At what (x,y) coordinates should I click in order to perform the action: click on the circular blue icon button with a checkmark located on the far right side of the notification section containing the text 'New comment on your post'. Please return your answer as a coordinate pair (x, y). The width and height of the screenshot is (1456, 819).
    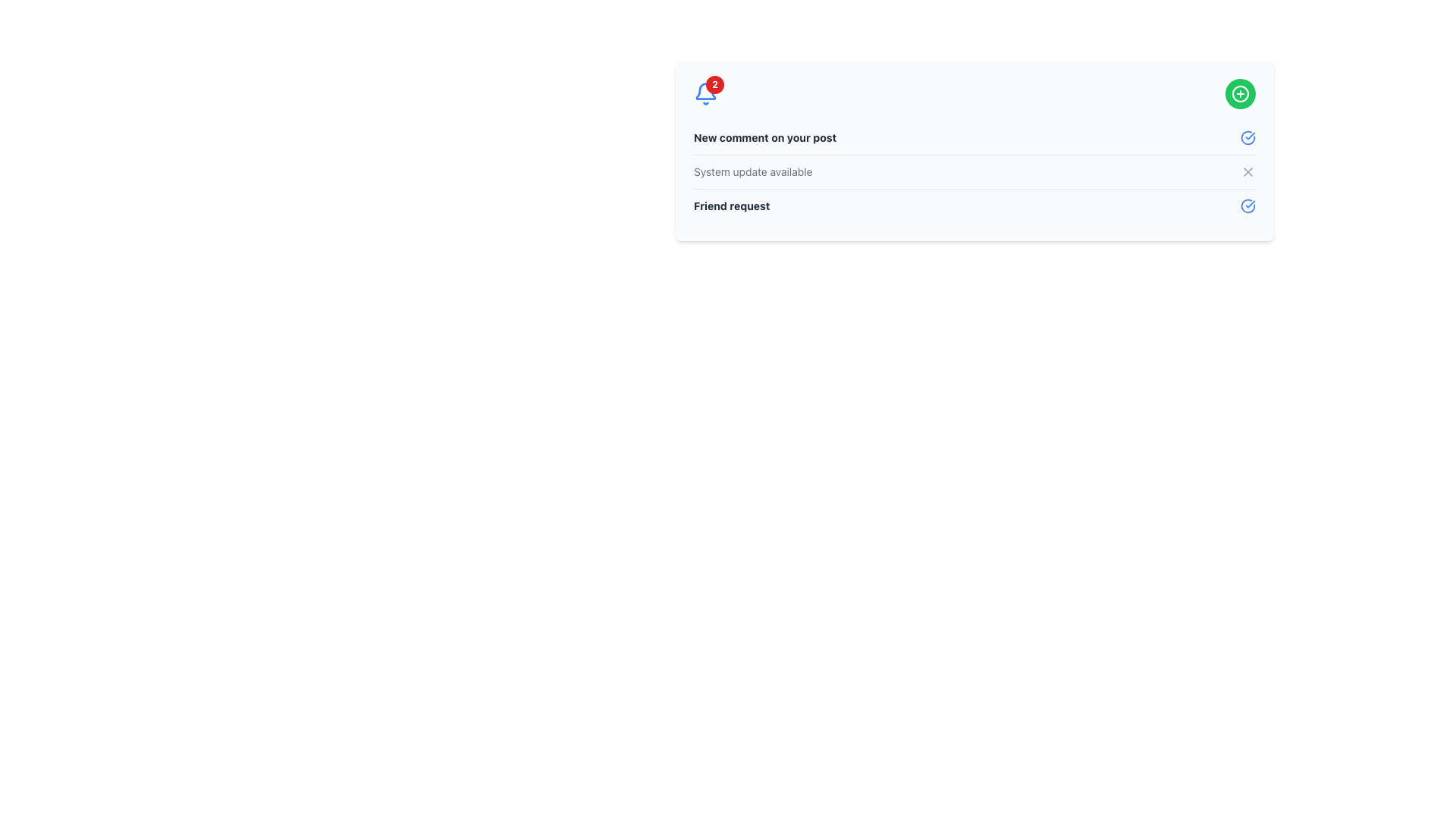
    Looking at the image, I should click on (1248, 137).